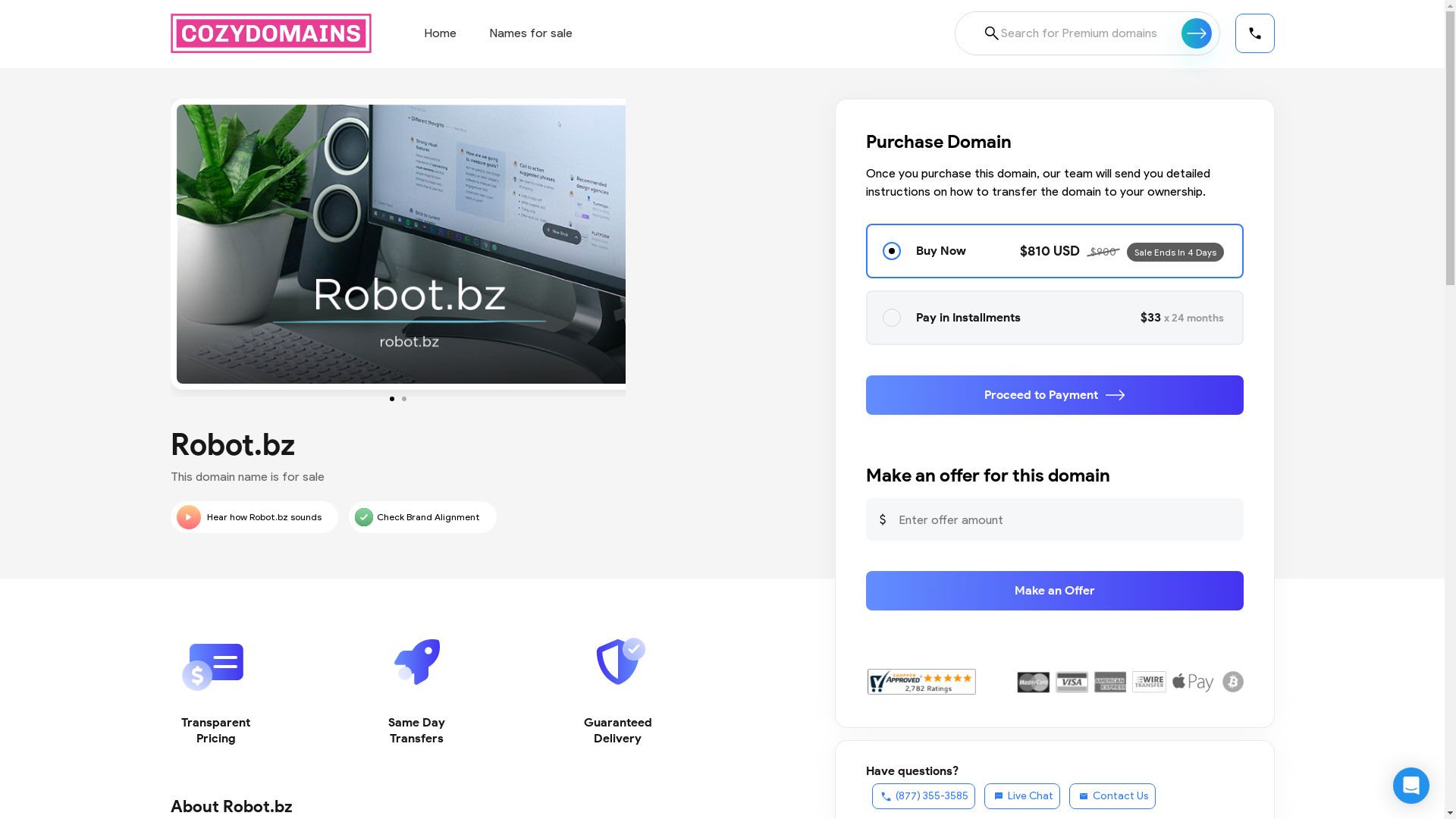 This screenshot has width=1456, height=819. I want to click on 'Proceed to Payment', so click(1054, 394).